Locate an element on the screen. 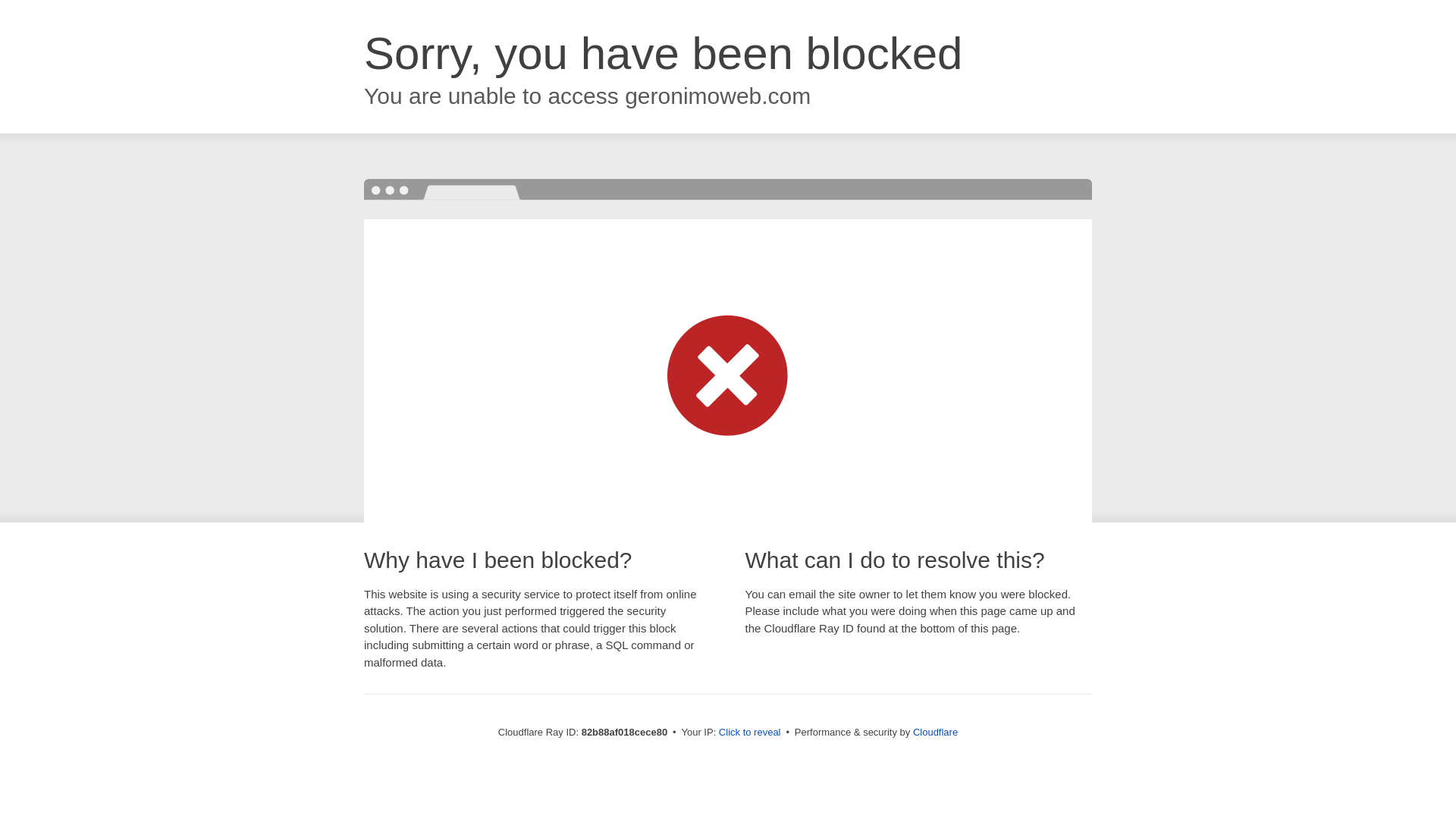 This screenshot has width=1456, height=819. 'Click to reveal' is located at coordinates (749, 731).